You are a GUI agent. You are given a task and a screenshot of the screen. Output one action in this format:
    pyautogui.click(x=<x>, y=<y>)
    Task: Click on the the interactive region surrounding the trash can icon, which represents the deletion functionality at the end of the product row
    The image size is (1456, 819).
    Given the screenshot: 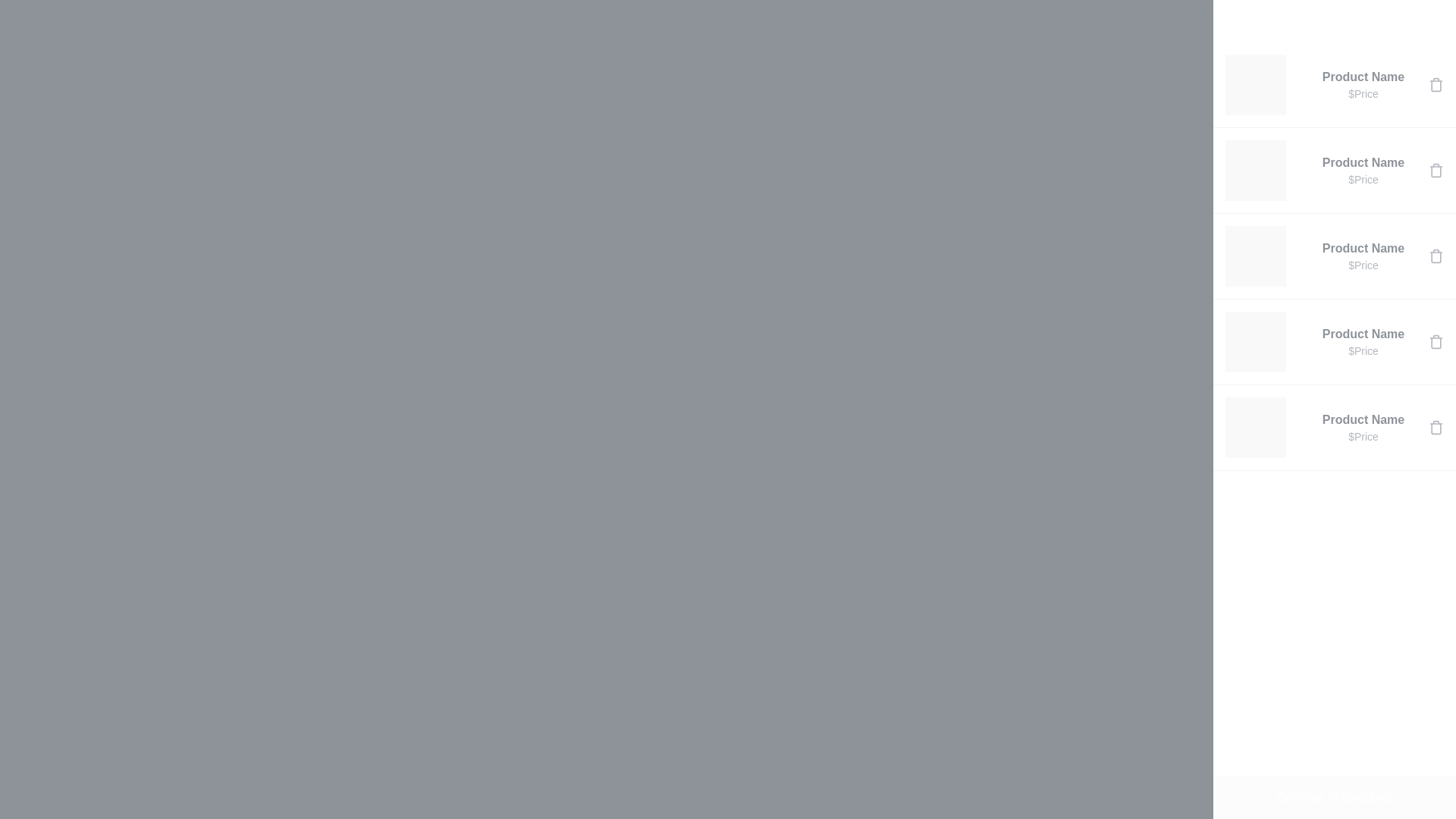 What is the action you would take?
    pyautogui.click(x=1436, y=85)
    